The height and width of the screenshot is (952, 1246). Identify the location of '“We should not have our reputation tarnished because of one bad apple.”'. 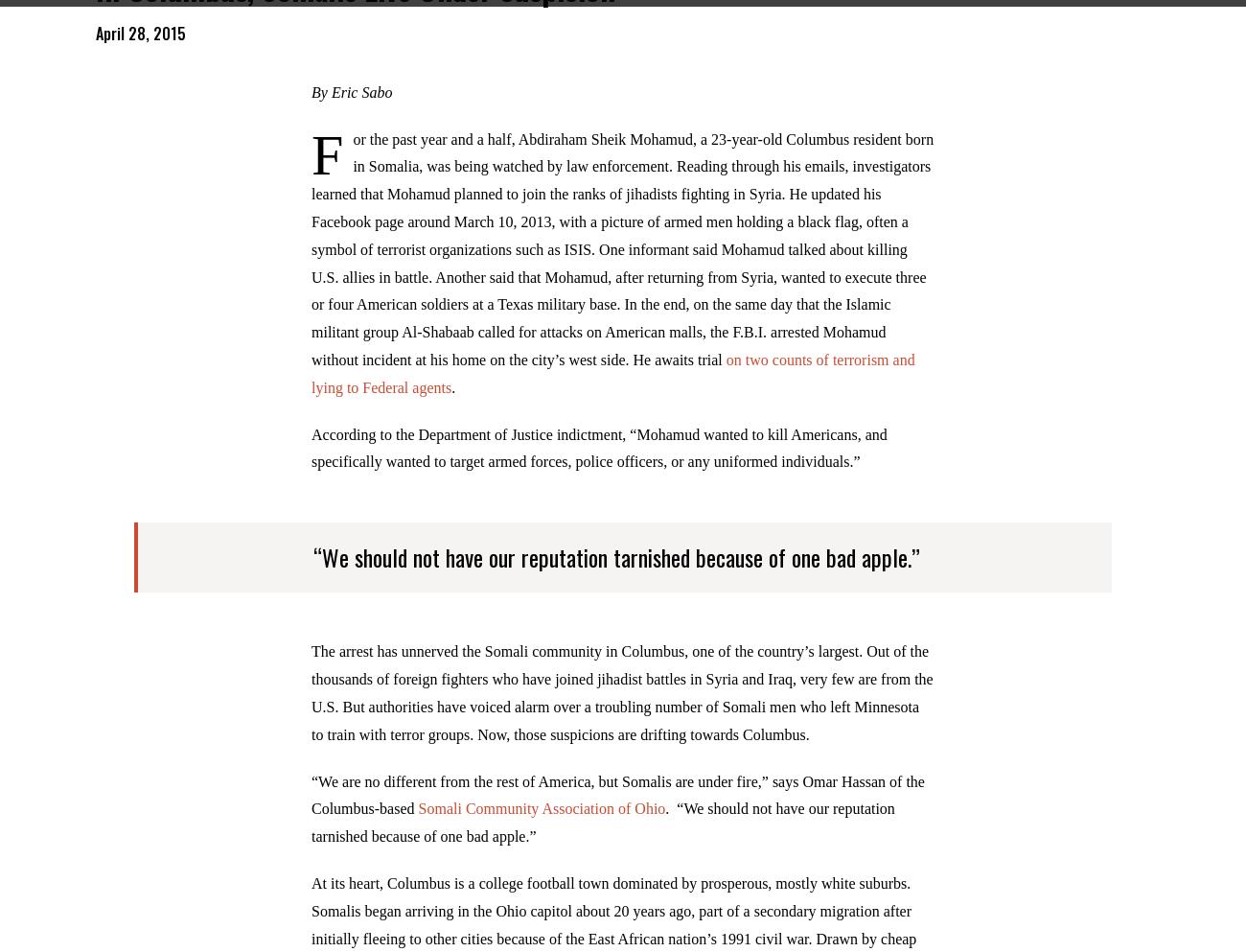
(616, 569).